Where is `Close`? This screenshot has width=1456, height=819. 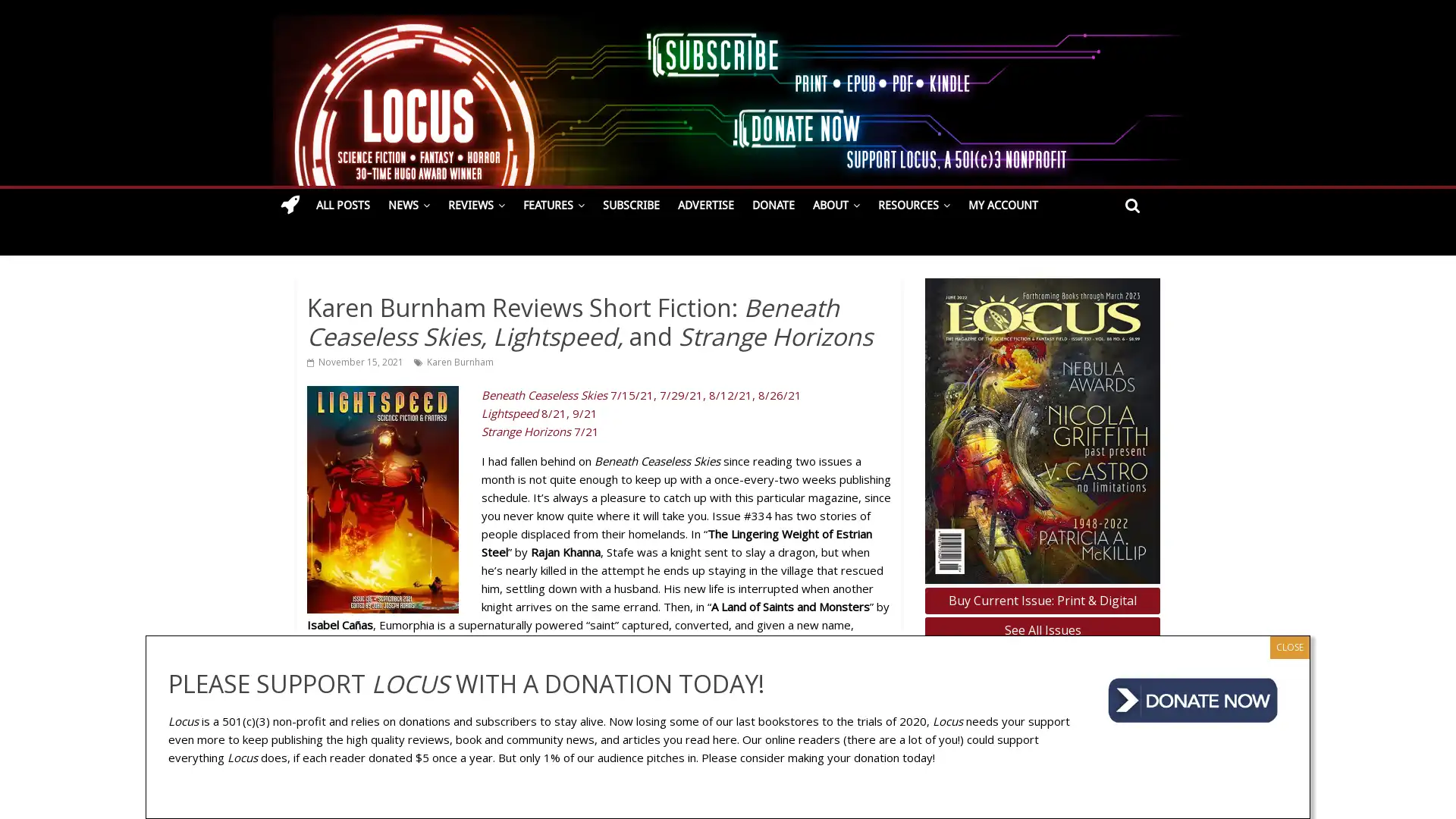
Close is located at coordinates (1288, 646).